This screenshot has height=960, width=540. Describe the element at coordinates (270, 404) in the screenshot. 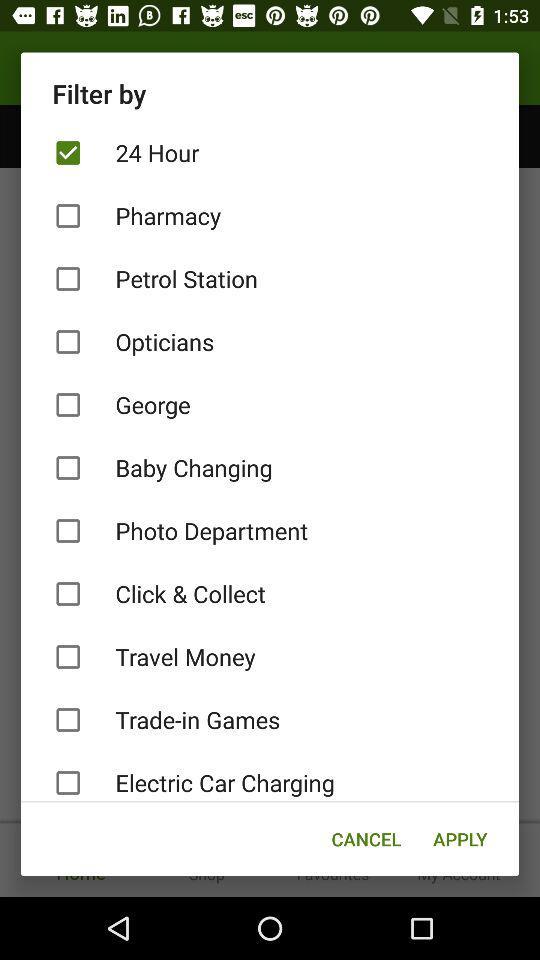

I see `george icon` at that location.